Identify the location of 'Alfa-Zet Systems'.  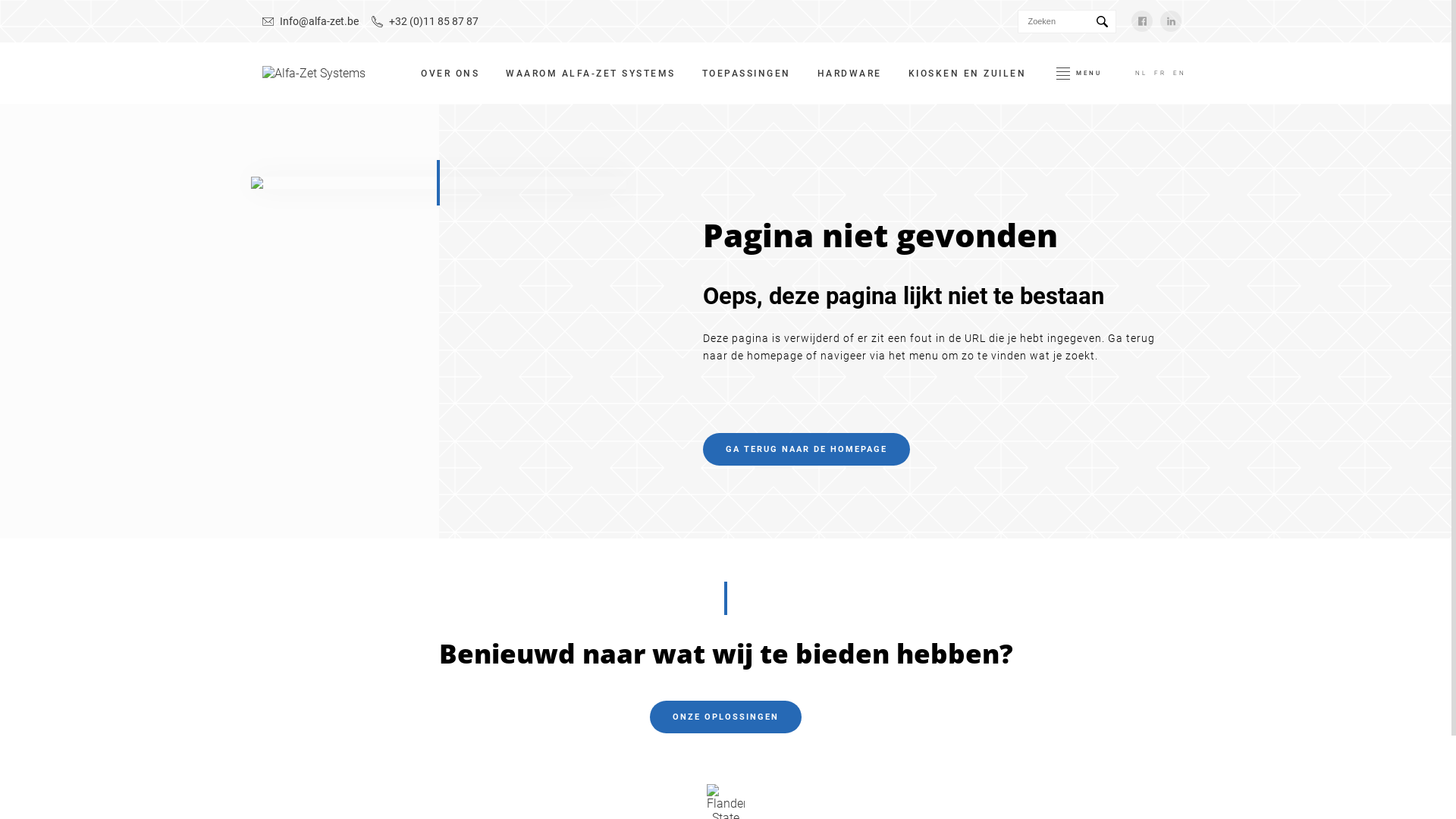
(312, 73).